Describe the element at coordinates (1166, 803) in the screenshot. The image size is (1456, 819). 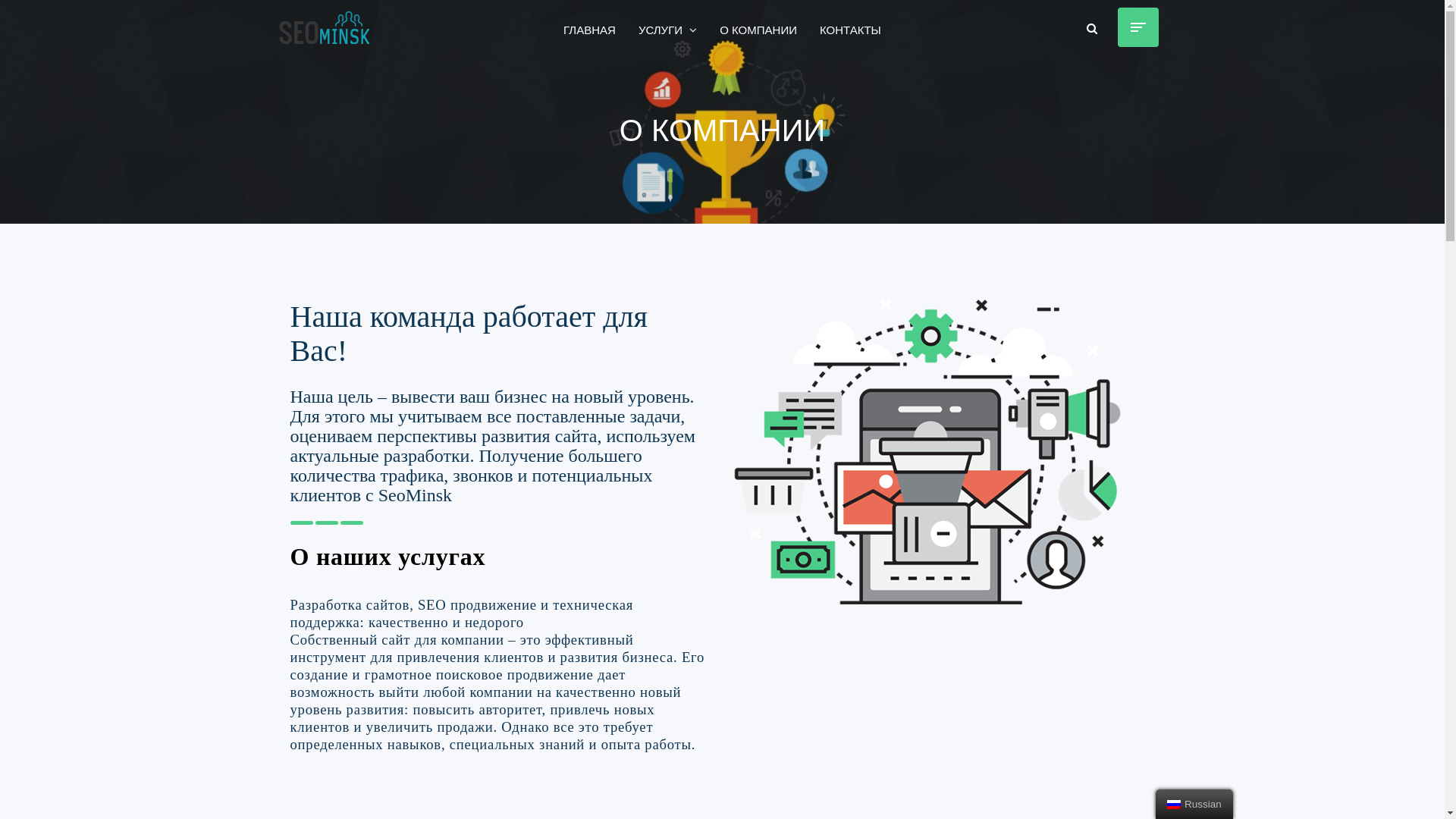
I see `'Russian'` at that location.